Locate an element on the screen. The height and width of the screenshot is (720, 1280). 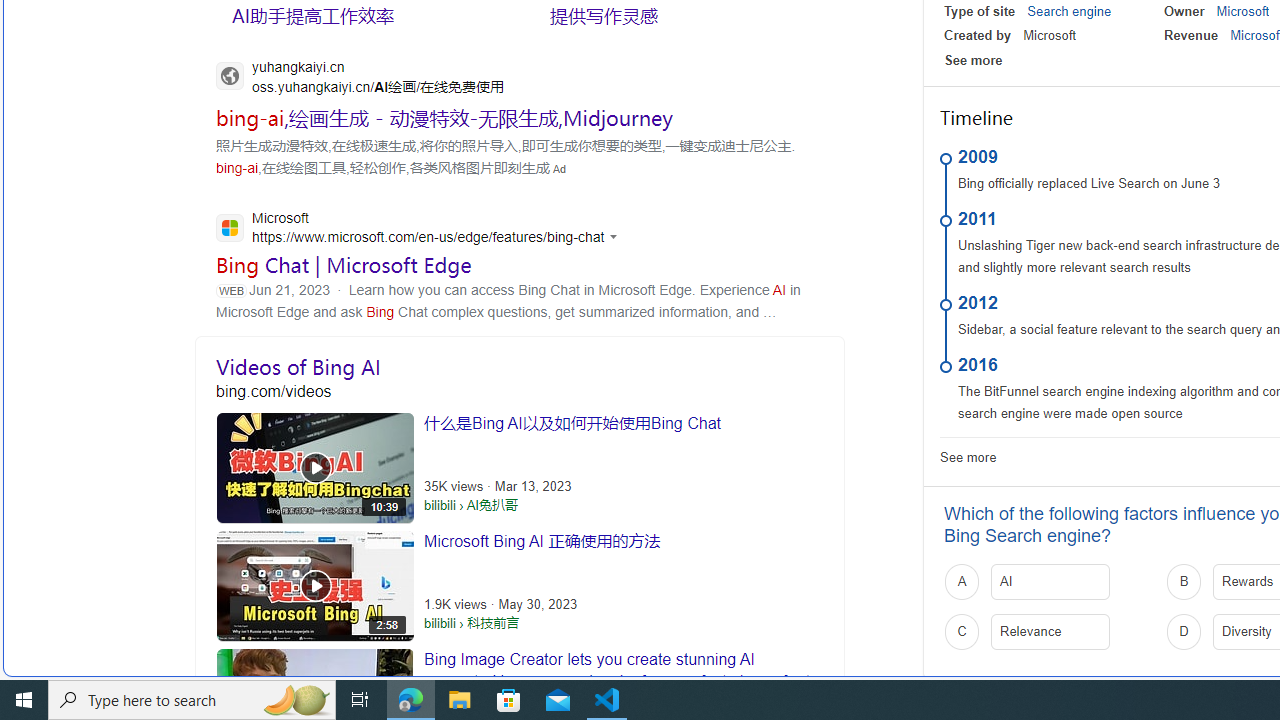
'Actions for this site' is located at coordinates (615, 235).